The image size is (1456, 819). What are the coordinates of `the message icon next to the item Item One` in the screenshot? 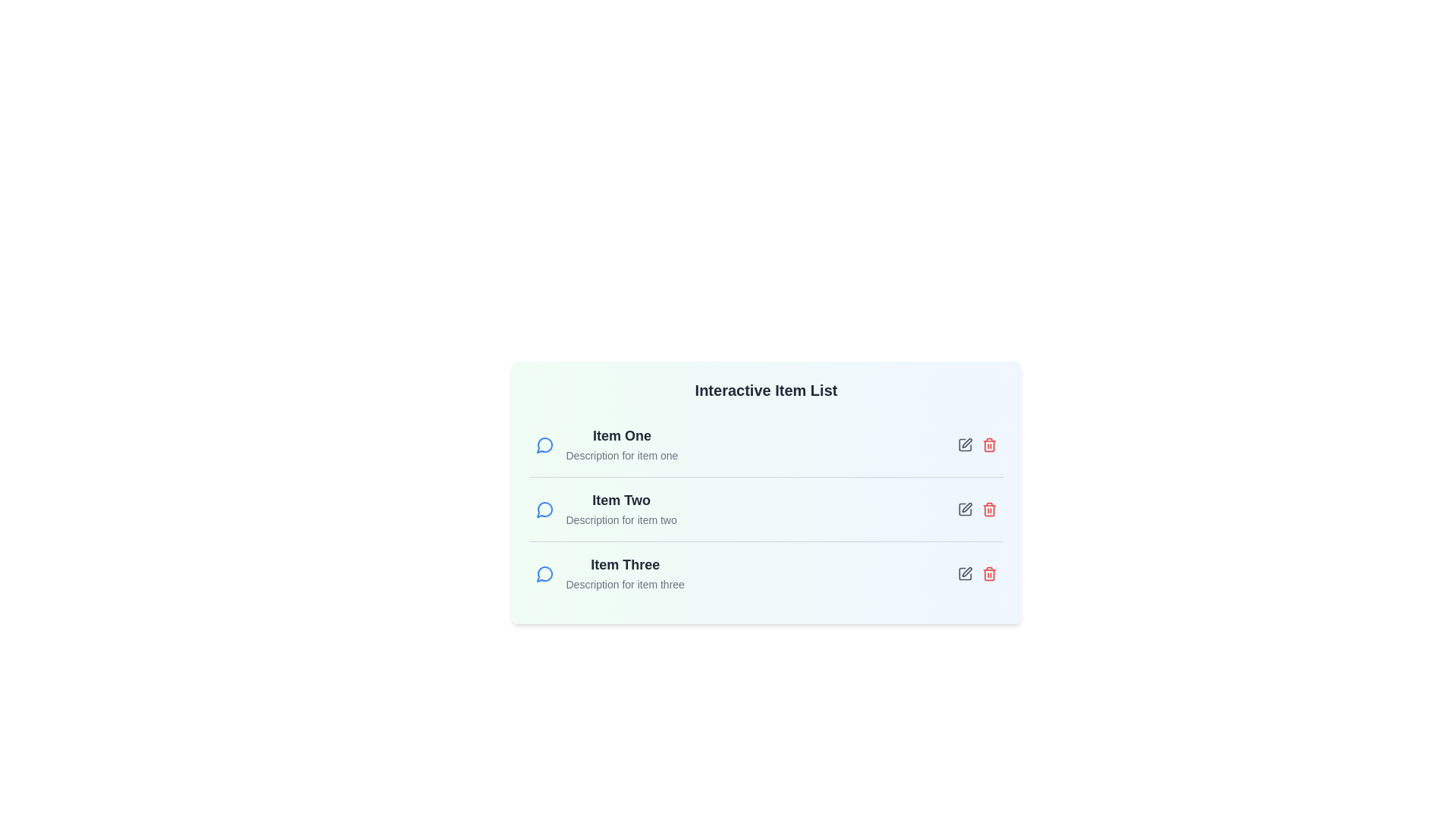 It's located at (544, 444).